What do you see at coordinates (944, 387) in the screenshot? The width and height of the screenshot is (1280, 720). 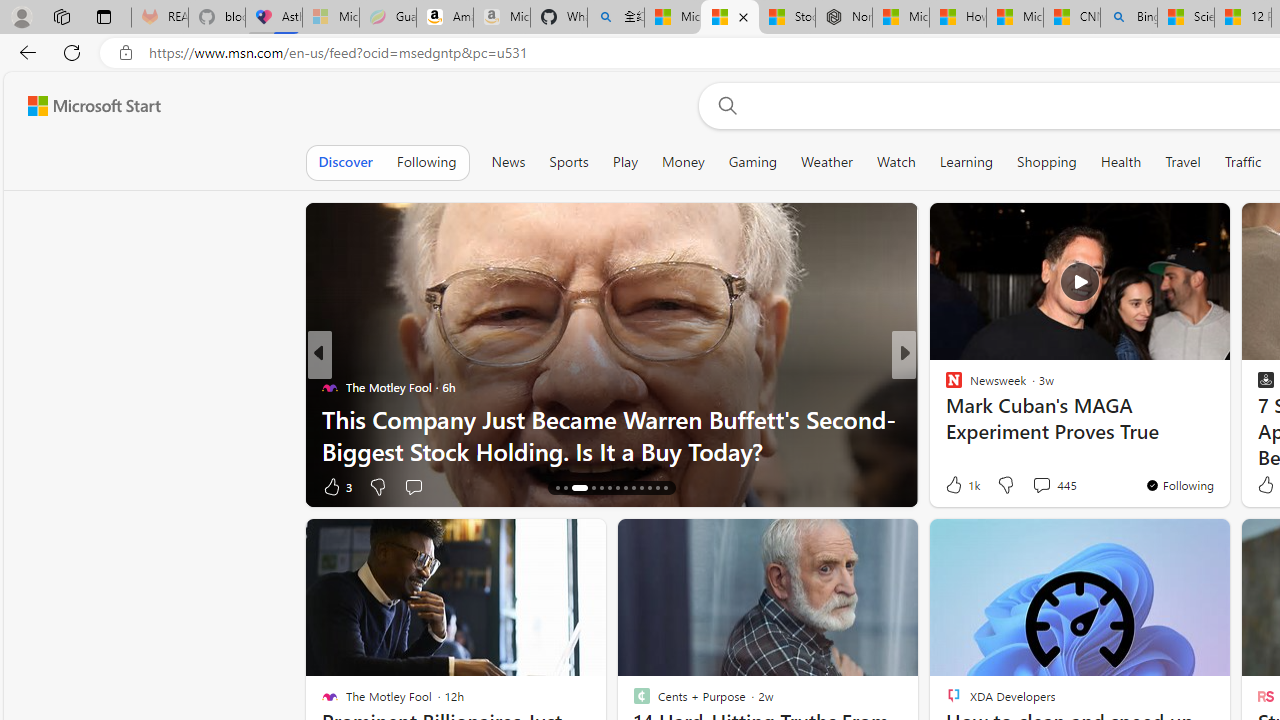 I see `'Constative'` at bounding box center [944, 387].